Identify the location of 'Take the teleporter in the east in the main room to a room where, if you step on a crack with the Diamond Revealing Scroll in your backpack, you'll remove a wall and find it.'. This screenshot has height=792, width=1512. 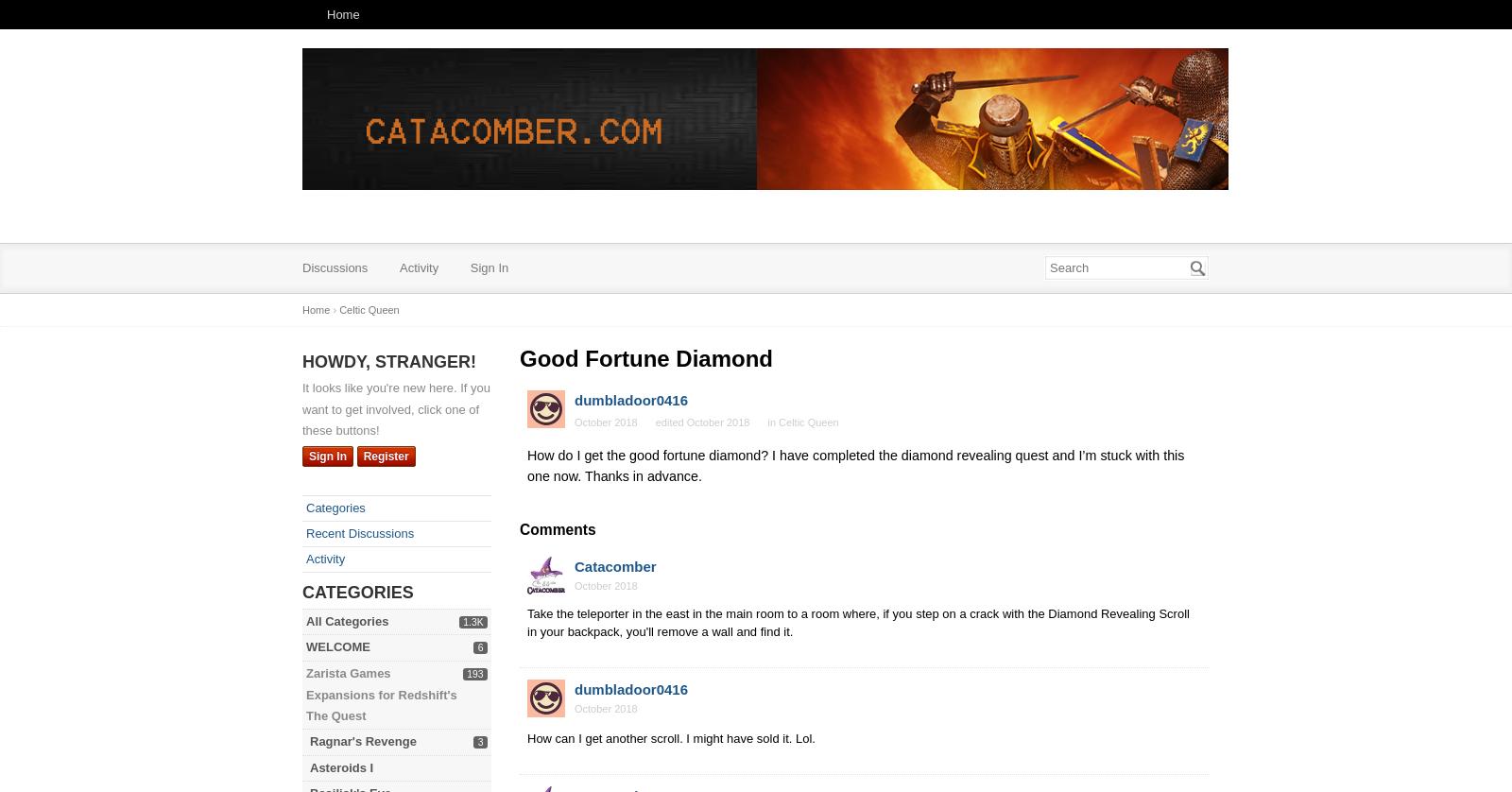
(526, 621).